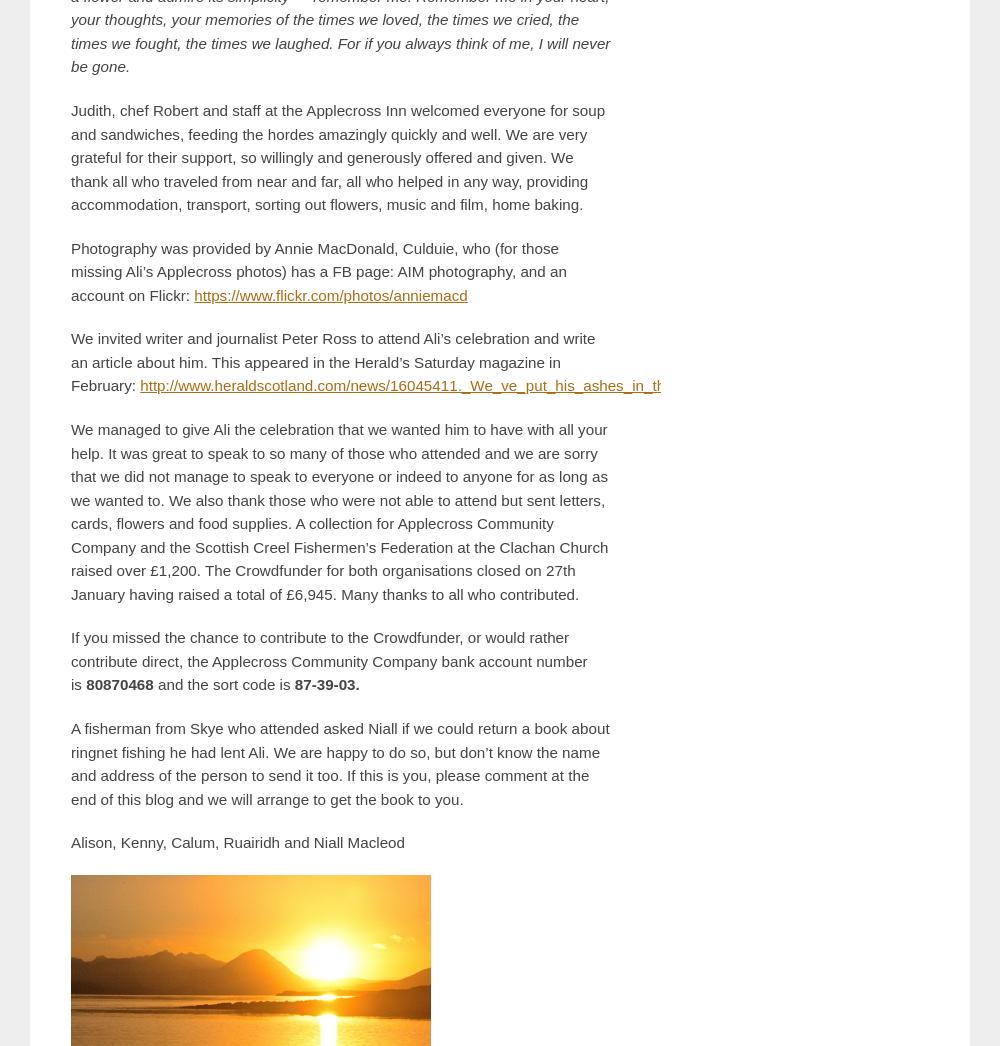  What do you see at coordinates (70, 841) in the screenshot?
I see `'Alison, Kenny, Calum, Ruairidh and Niall Macleod'` at bounding box center [70, 841].